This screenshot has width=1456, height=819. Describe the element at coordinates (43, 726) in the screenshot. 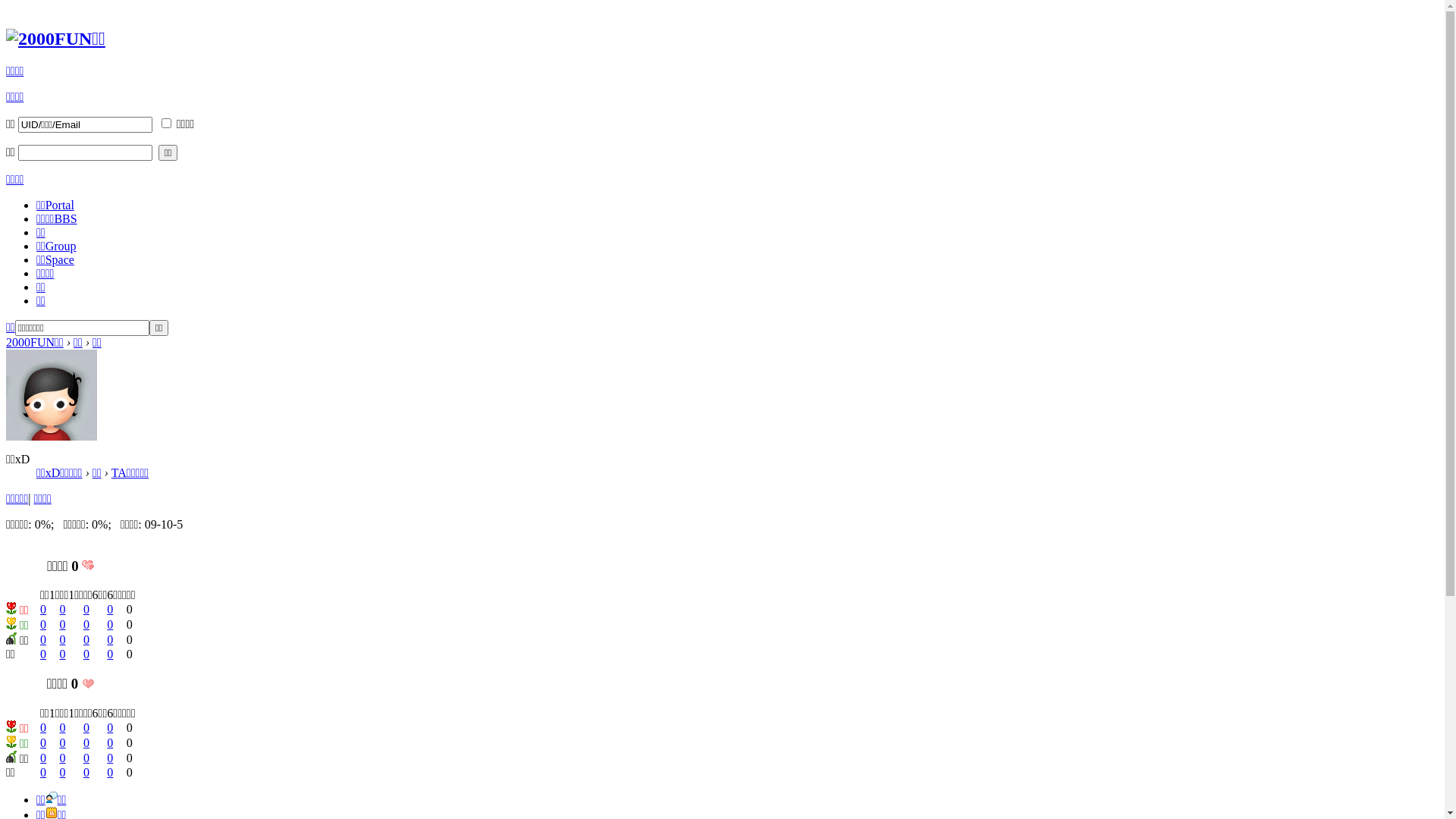

I see `'0'` at that location.